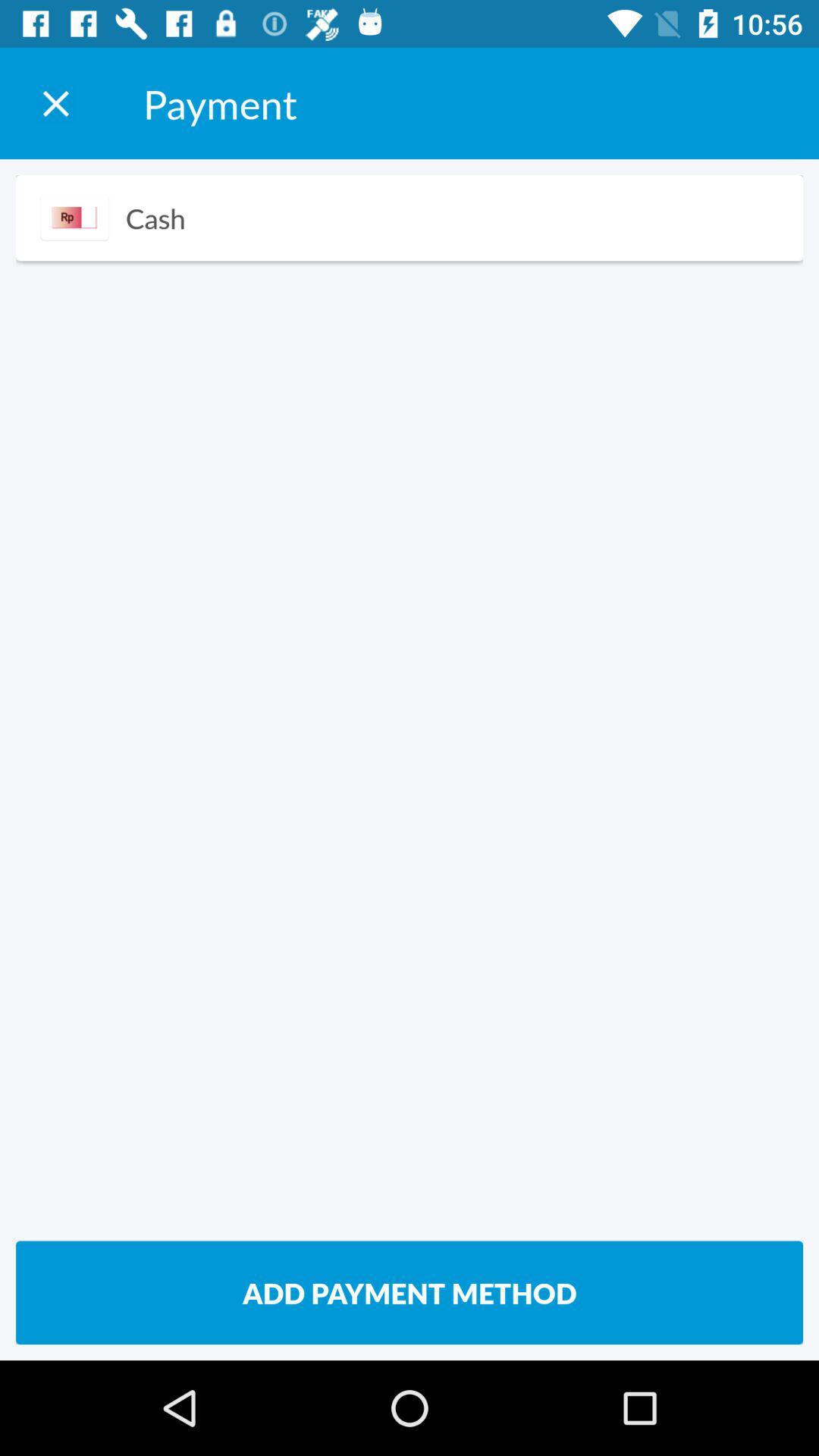  Describe the element at coordinates (55, 102) in the screenshot. I see `the item to the left of the payment icon` at that location.